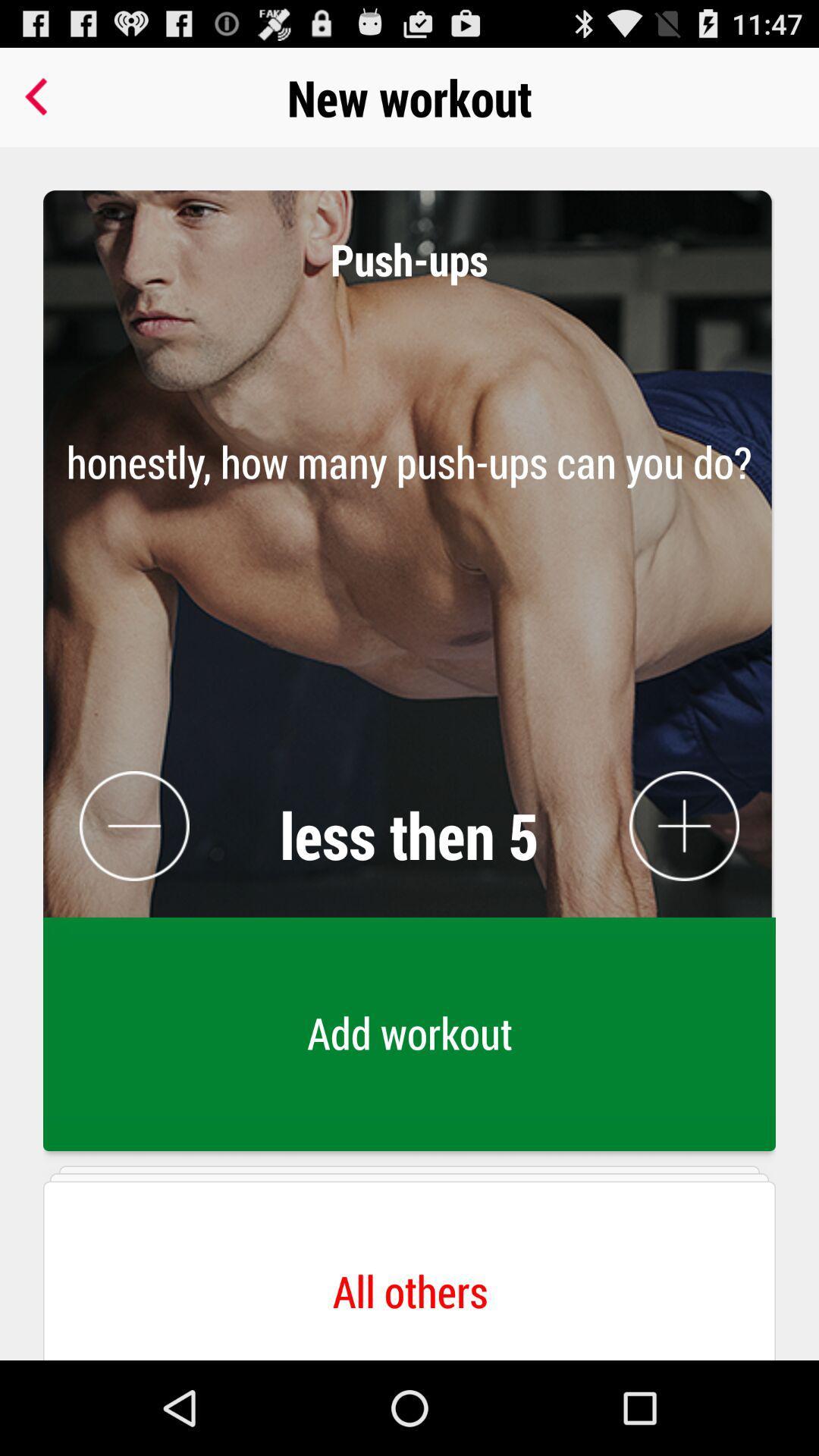  What do you see at coordinates (409, 1037) in the screenshot?
I see `add workout button` at bounding box center [409, 1037].